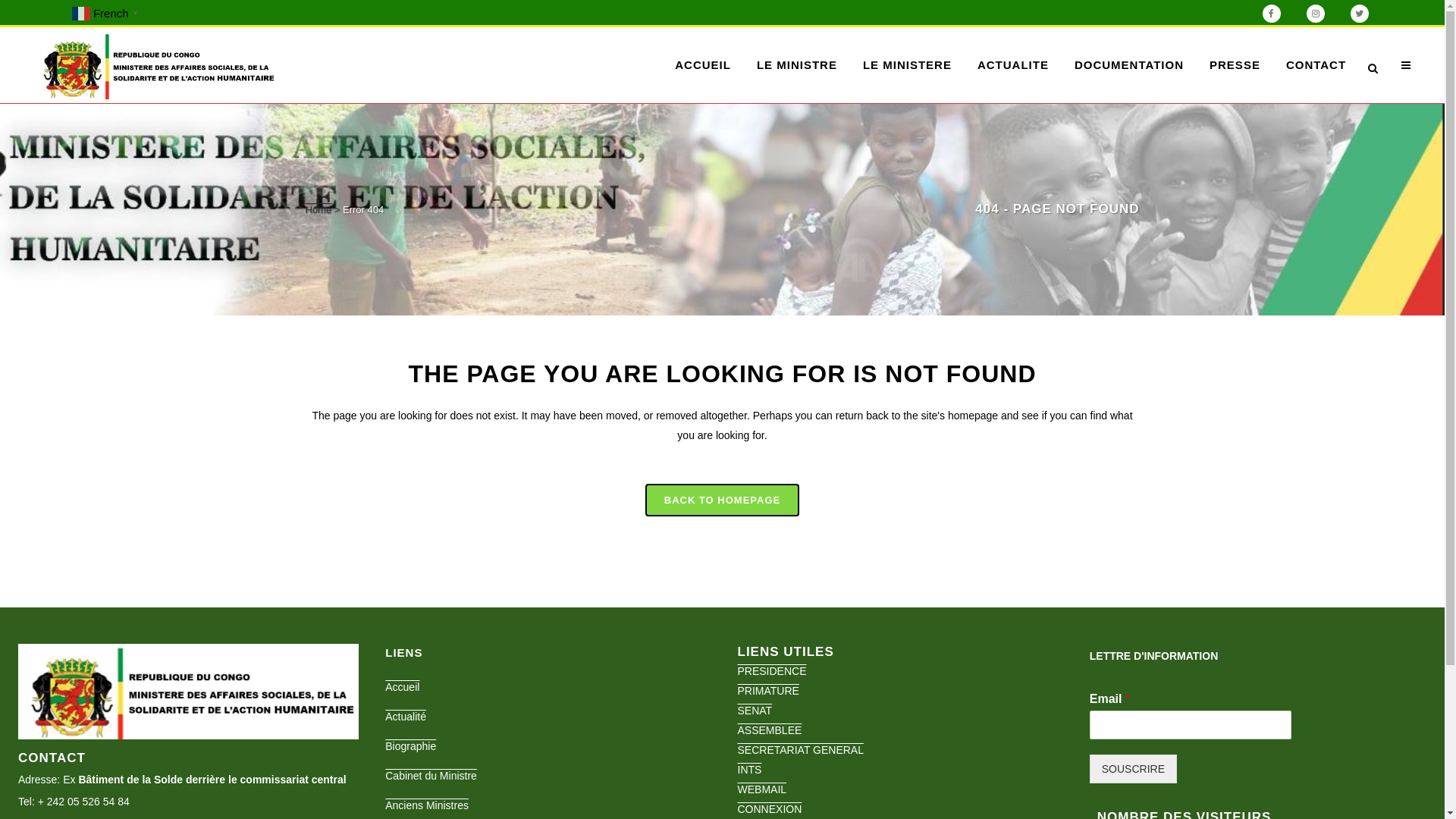 The height and width of the screenshot is (819, 1456). What do you see at coordinates (769, 808) in the screenshot?
I see `'CONNEXION'` at bounding box center [769, 808].